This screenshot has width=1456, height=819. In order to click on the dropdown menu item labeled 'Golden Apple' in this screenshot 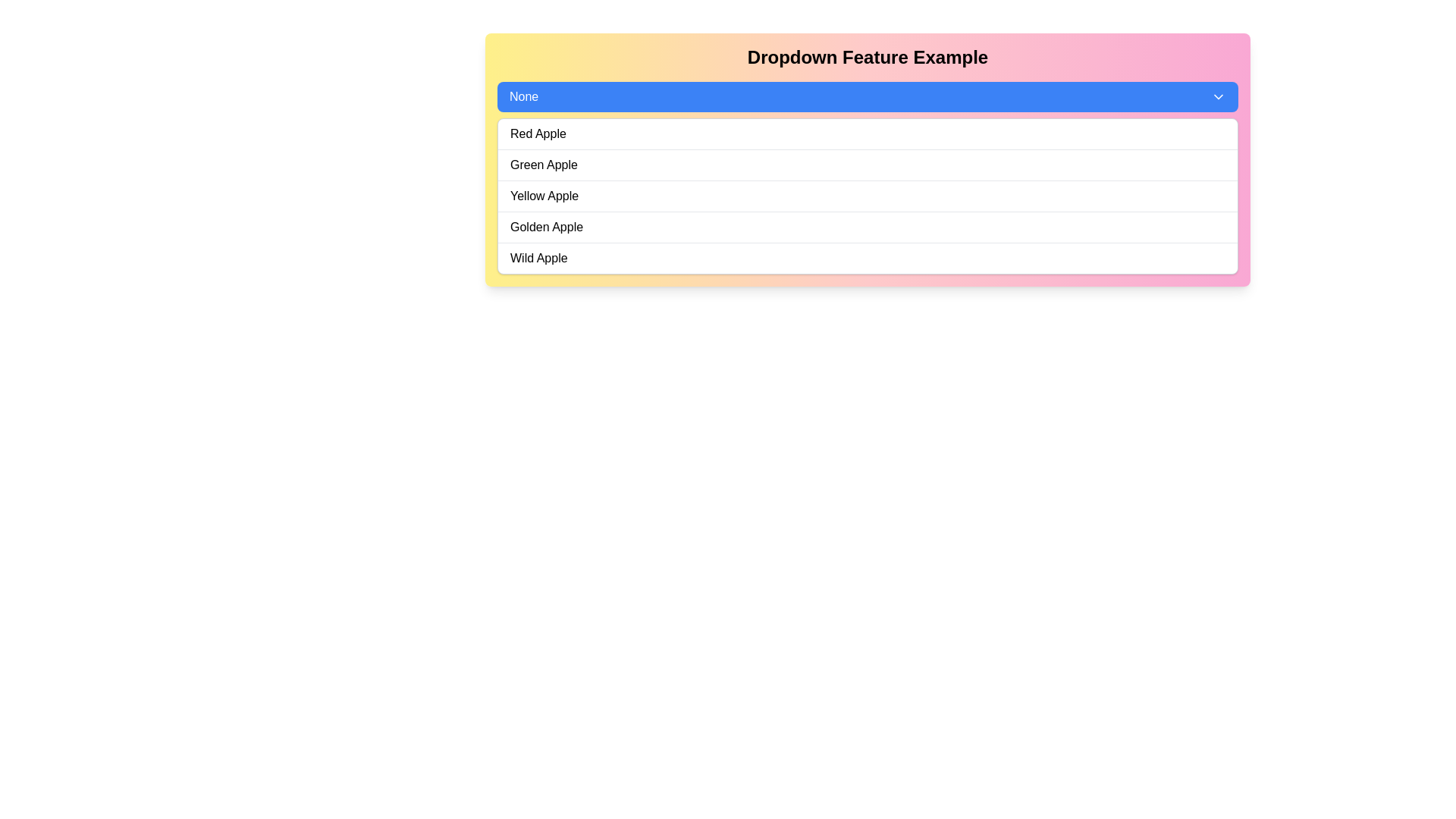, I will do `click(868, 227)`.